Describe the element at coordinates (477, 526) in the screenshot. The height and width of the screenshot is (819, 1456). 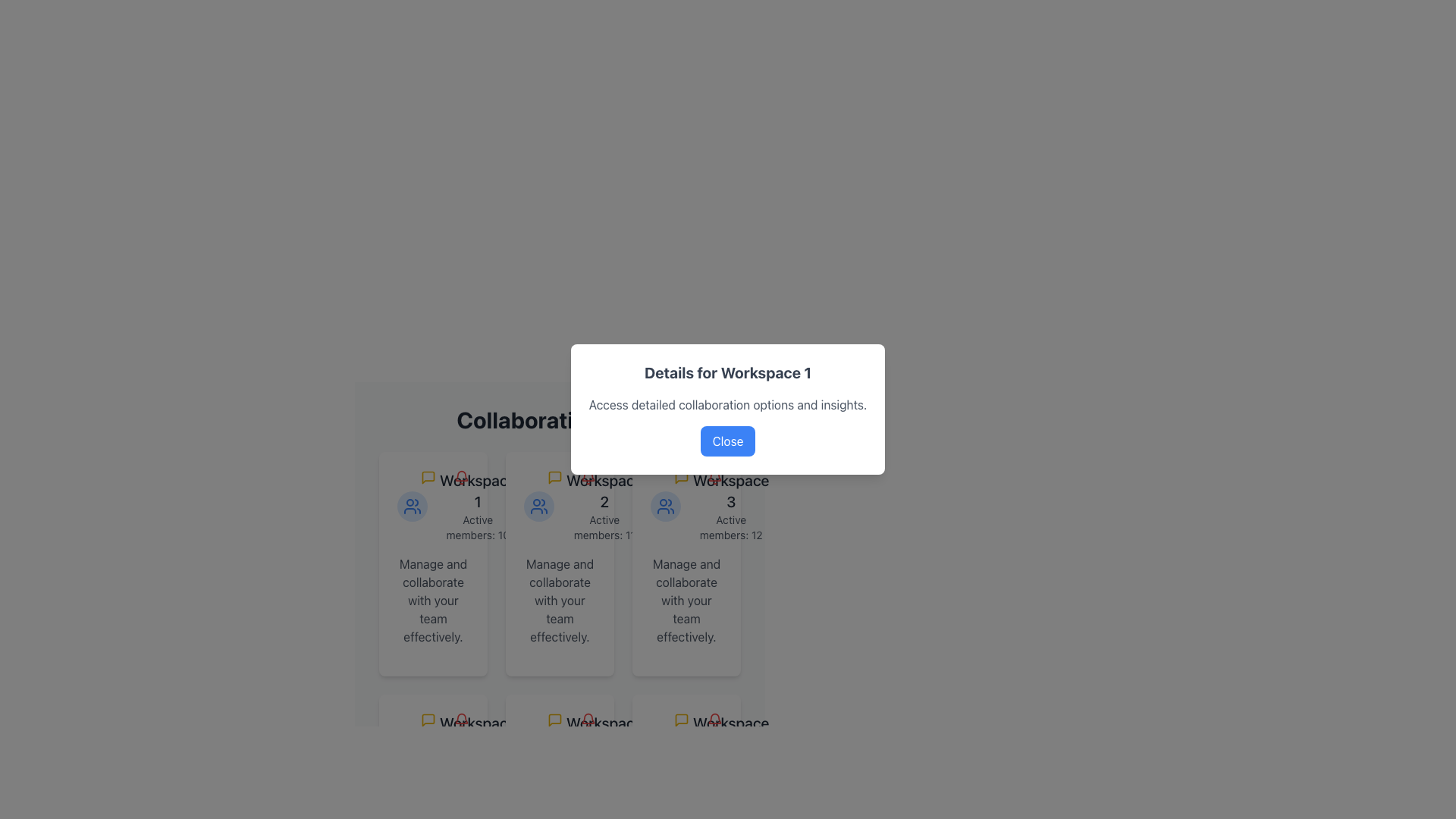
I see `the text label displaying the number of active members associated with 'Workspace 1', which shows 'Active members: 10' below the 'Workspace 1' label in the first workspace card` at that location.